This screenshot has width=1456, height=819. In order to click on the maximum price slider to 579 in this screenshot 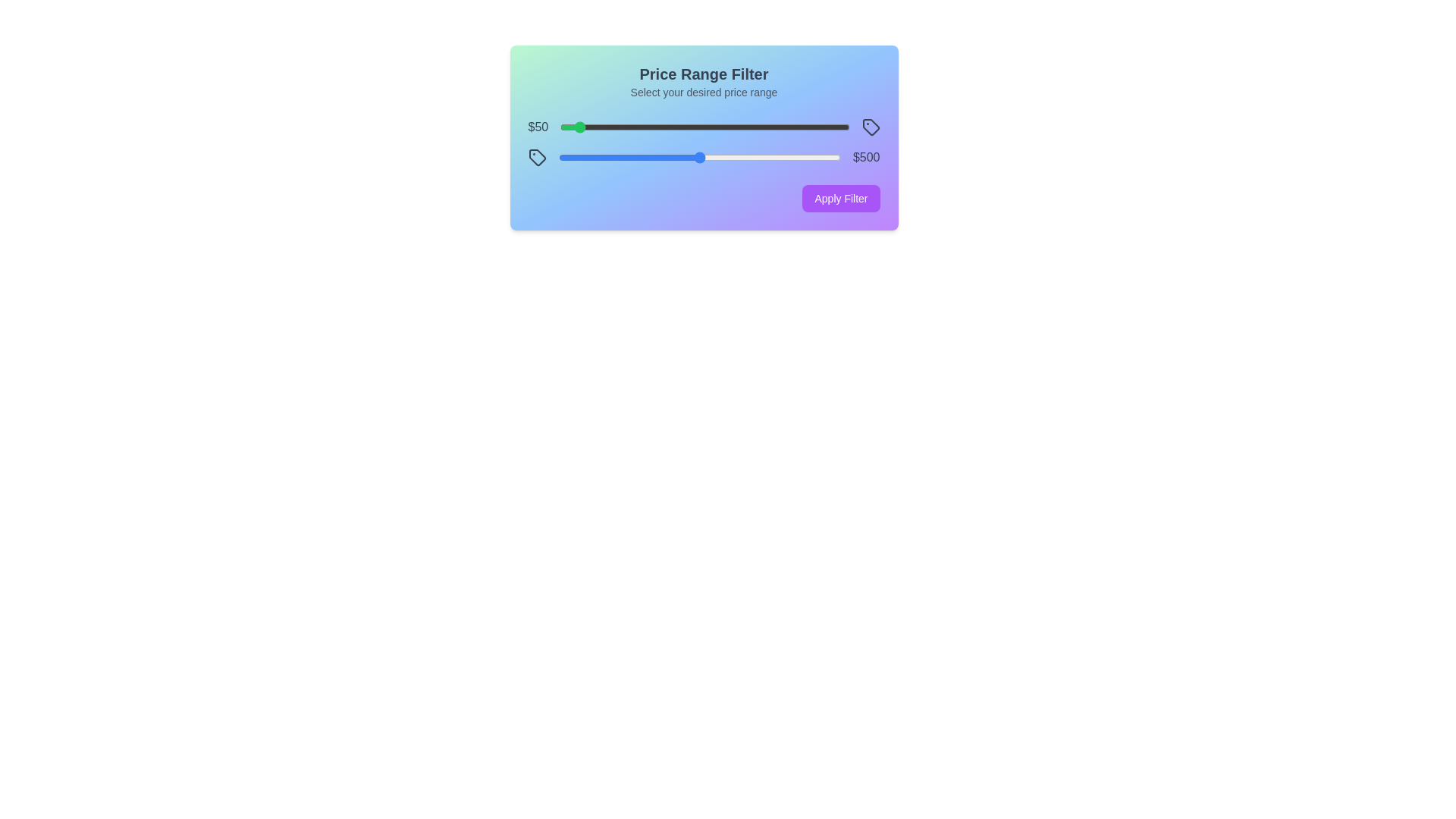, I will do `click(721, 158)`.